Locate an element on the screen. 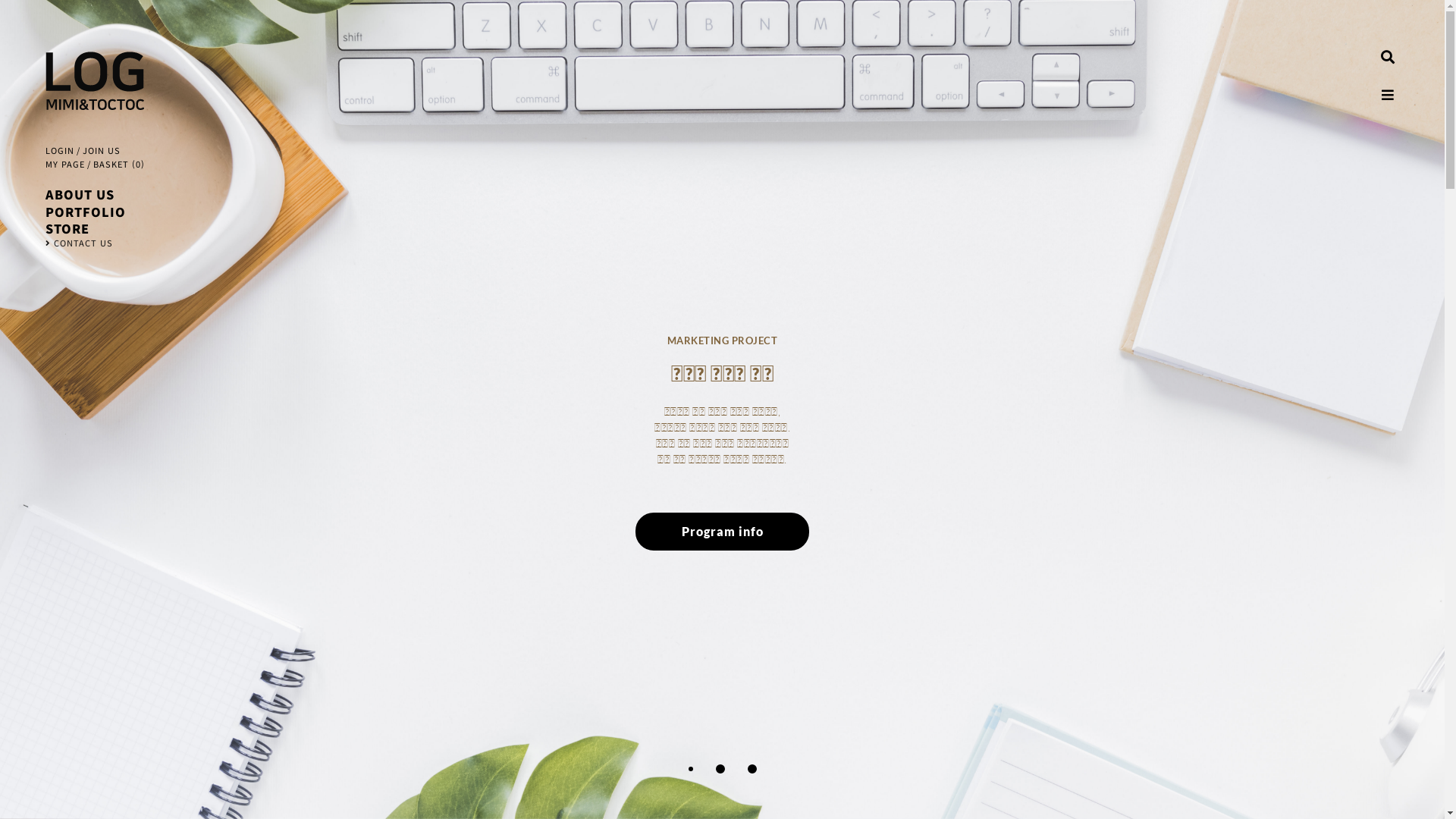 The image size is (1456, 819). 'LOGIN' is located at coordinates (59, 151).